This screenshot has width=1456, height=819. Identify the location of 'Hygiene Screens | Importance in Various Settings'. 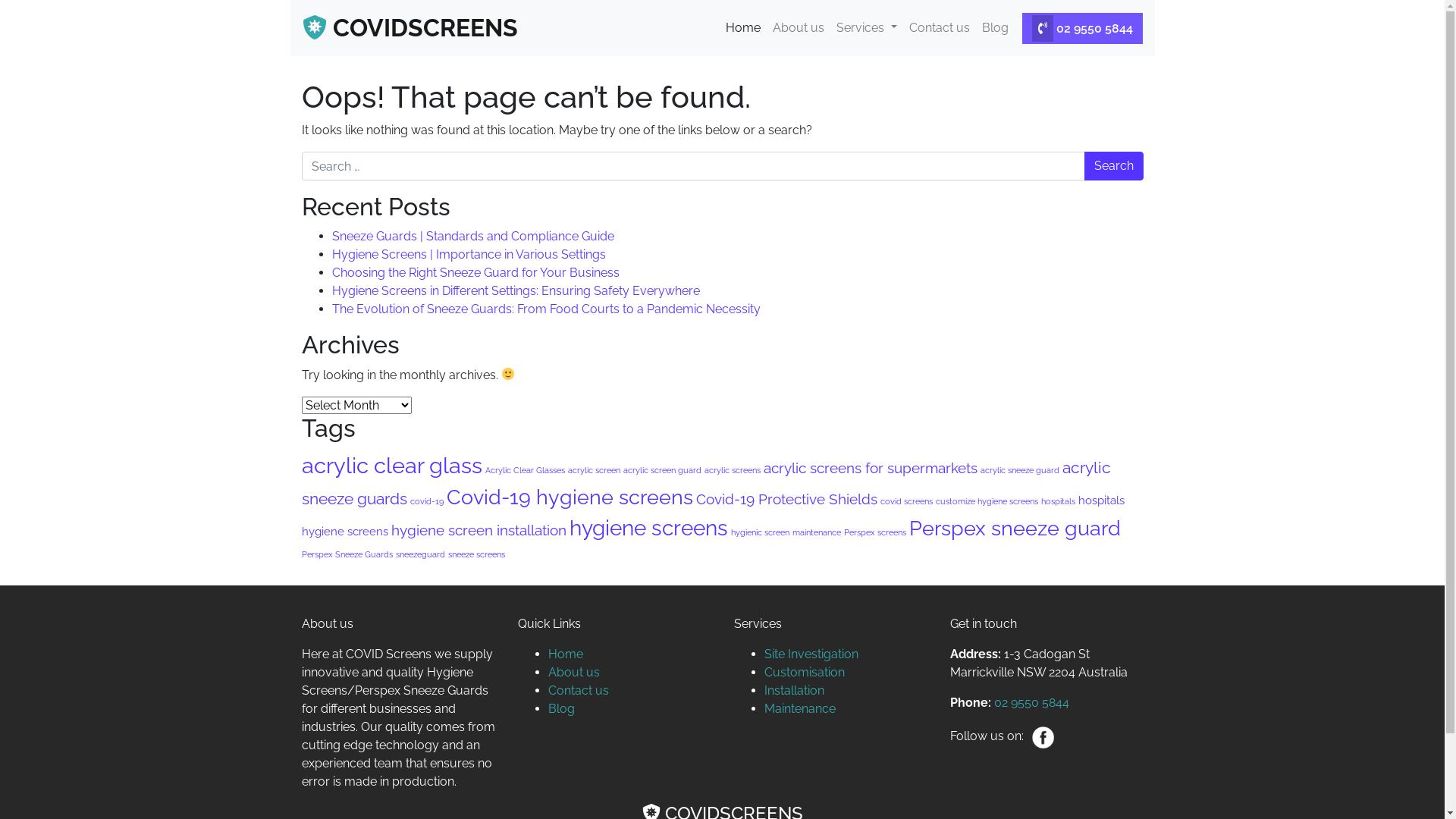
(468, 253).